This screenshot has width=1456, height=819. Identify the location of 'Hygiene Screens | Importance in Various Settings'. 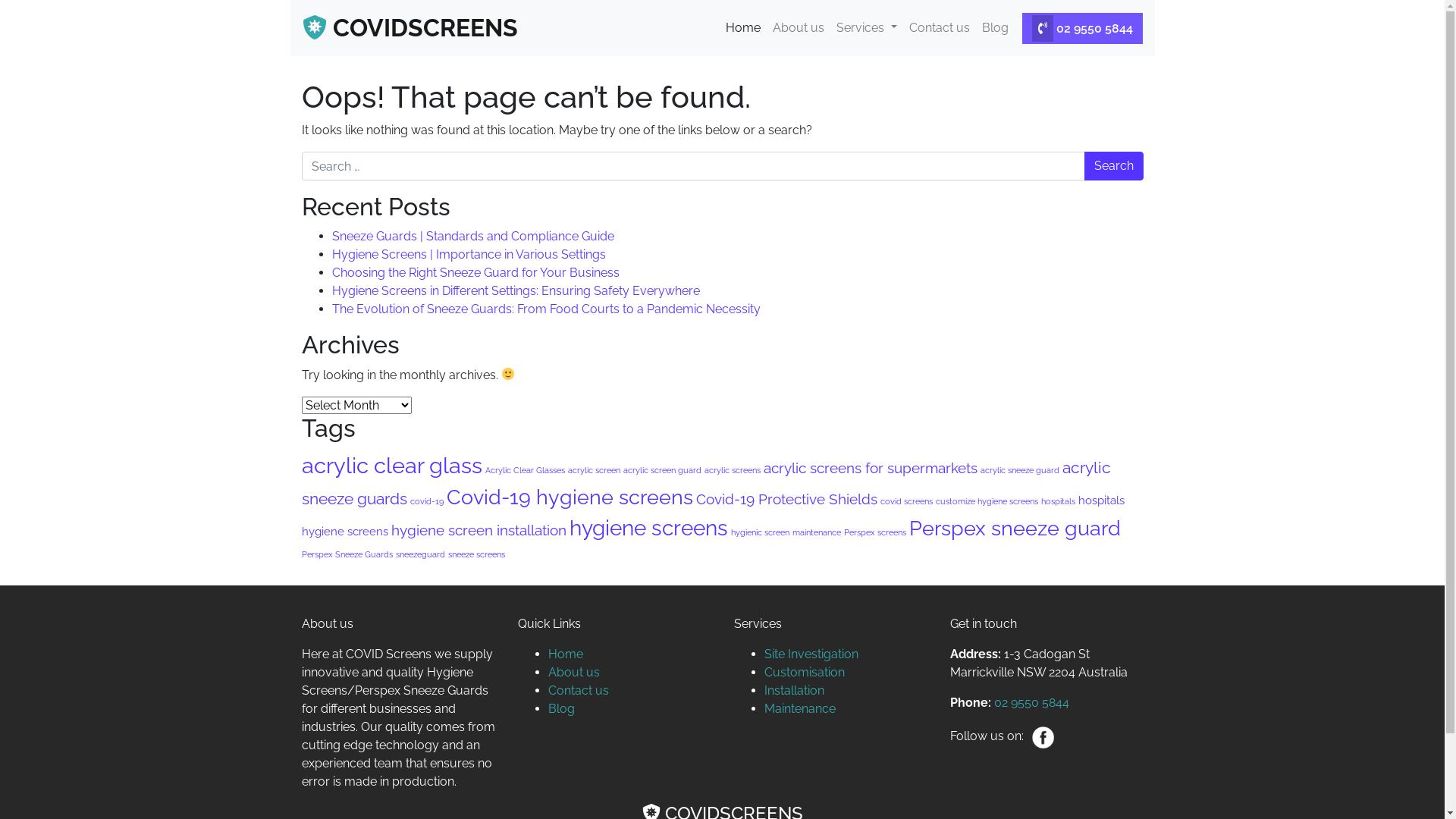
(468, 253).